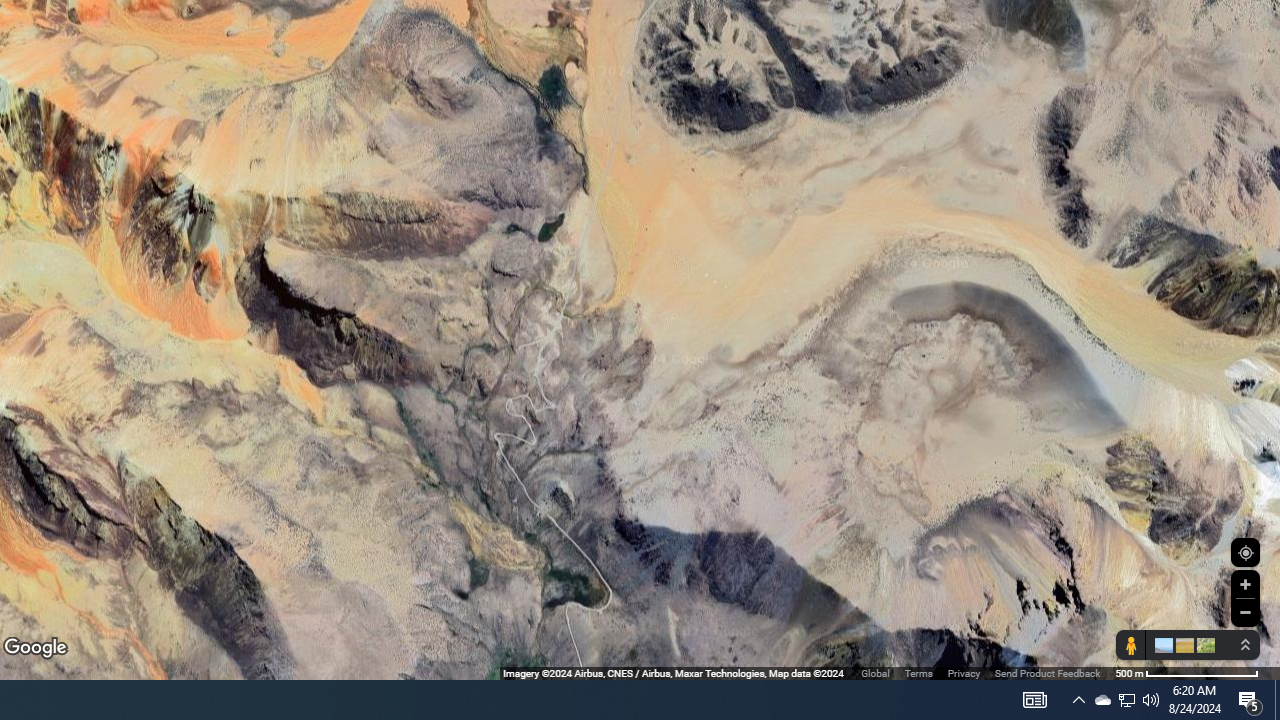 This screenshot has height=720, width=1280. What do you see at coordinates (1244, 611) in the screenshot?
I see `'Zoom out'` at bounding box center [1244, 611].